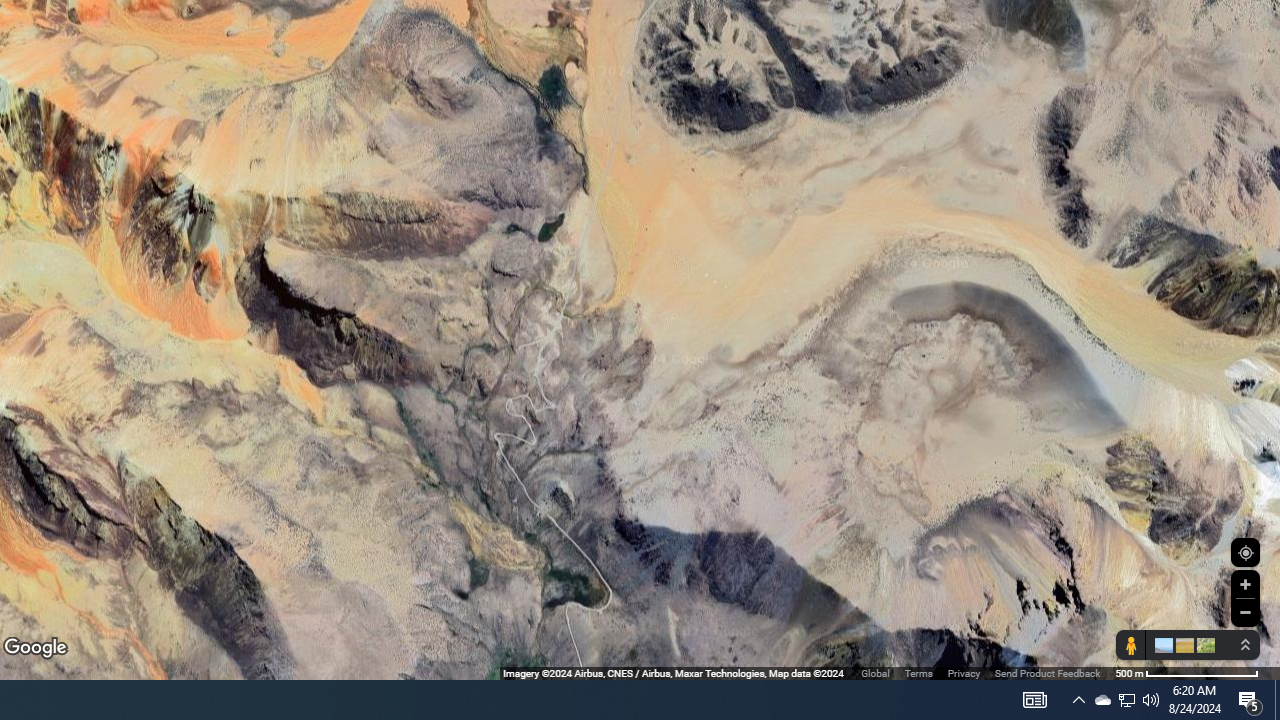 This screenshot has height=720, width=1280. What do you see at coordinates (1244, 611) in the screenshot?
I see `'Zoom out'` at bounding box center [1244, 611].